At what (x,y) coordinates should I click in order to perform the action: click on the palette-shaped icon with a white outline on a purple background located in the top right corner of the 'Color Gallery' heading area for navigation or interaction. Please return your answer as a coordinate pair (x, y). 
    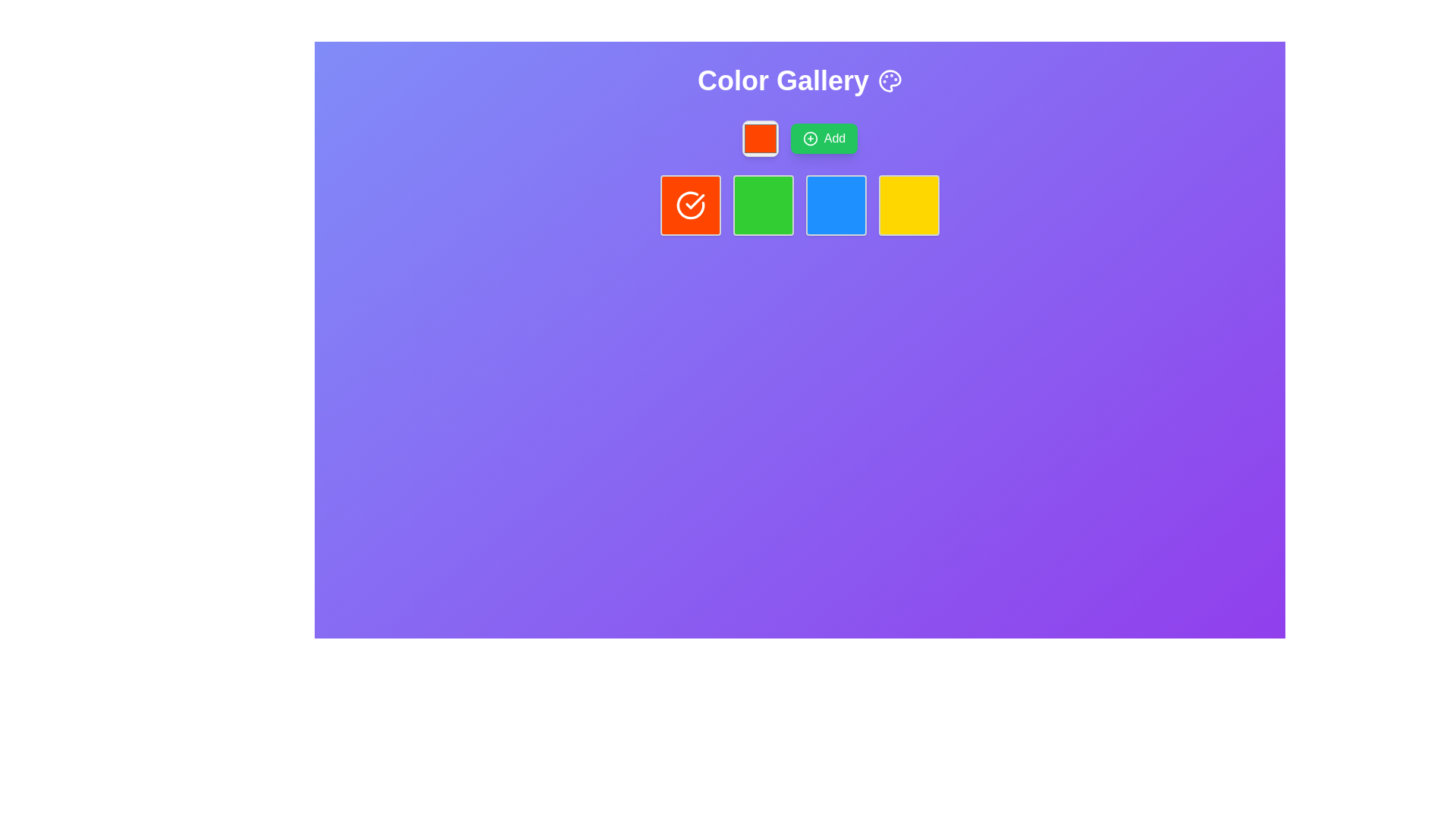
    Looking at the image, I should click on (890, 81).